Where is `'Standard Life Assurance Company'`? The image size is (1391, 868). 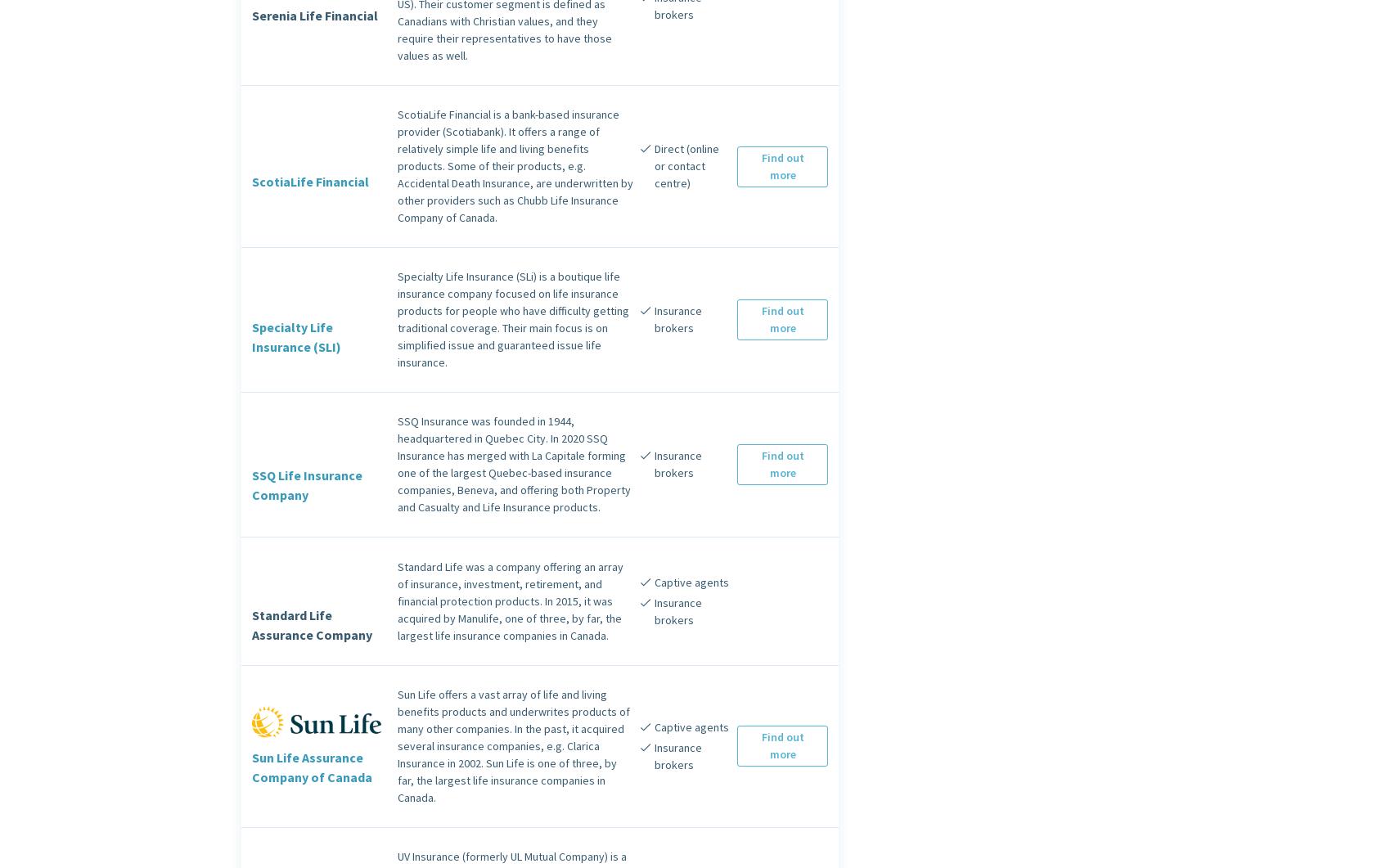 'Standard Life Assurance Company' is located at coordinates (311, 623).